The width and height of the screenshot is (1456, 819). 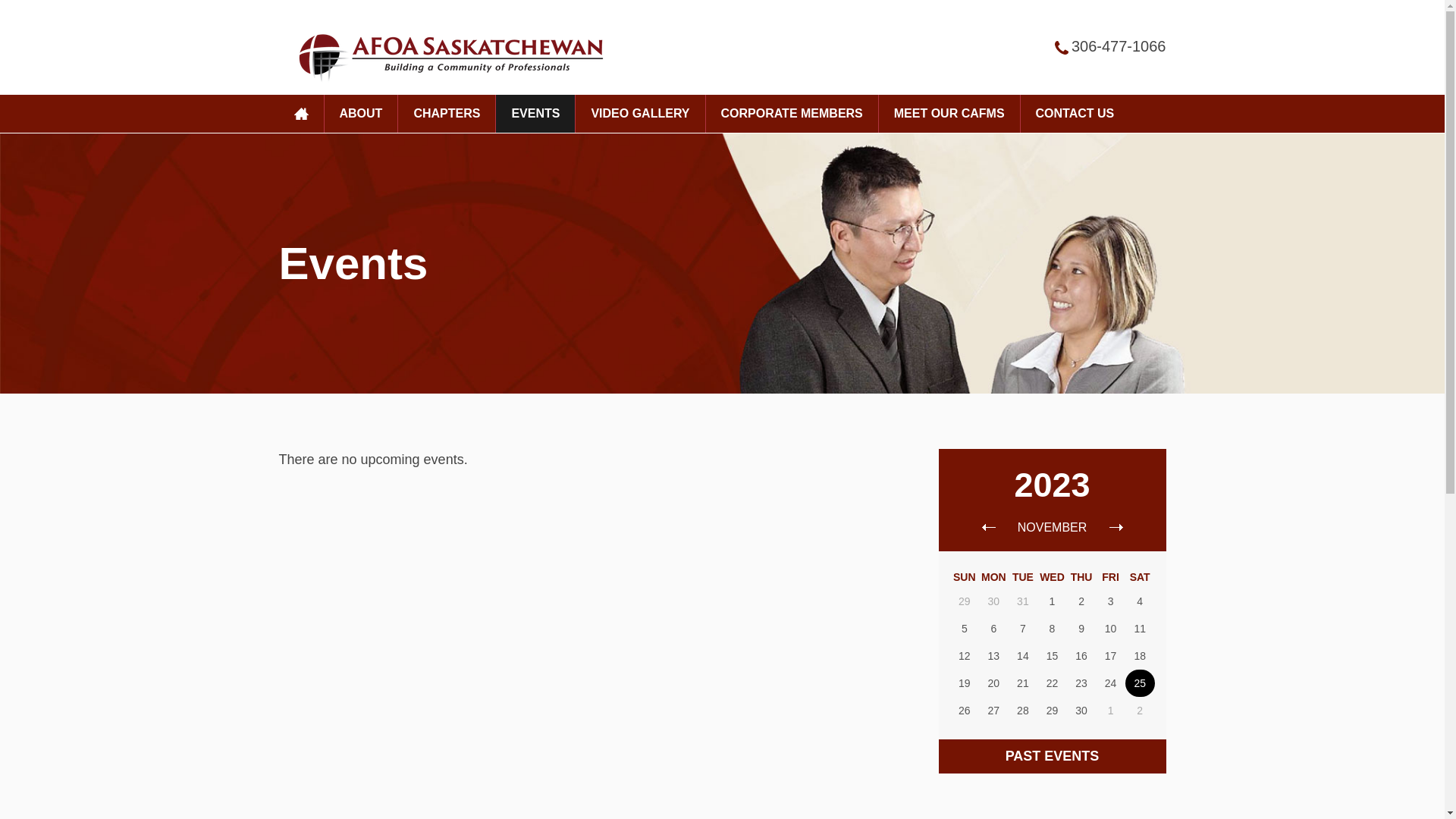 What do you see at coordinates (1051, 756) in the screenshot?
I see `'PAST EVENTS'` at bounding box center [1051, 756].